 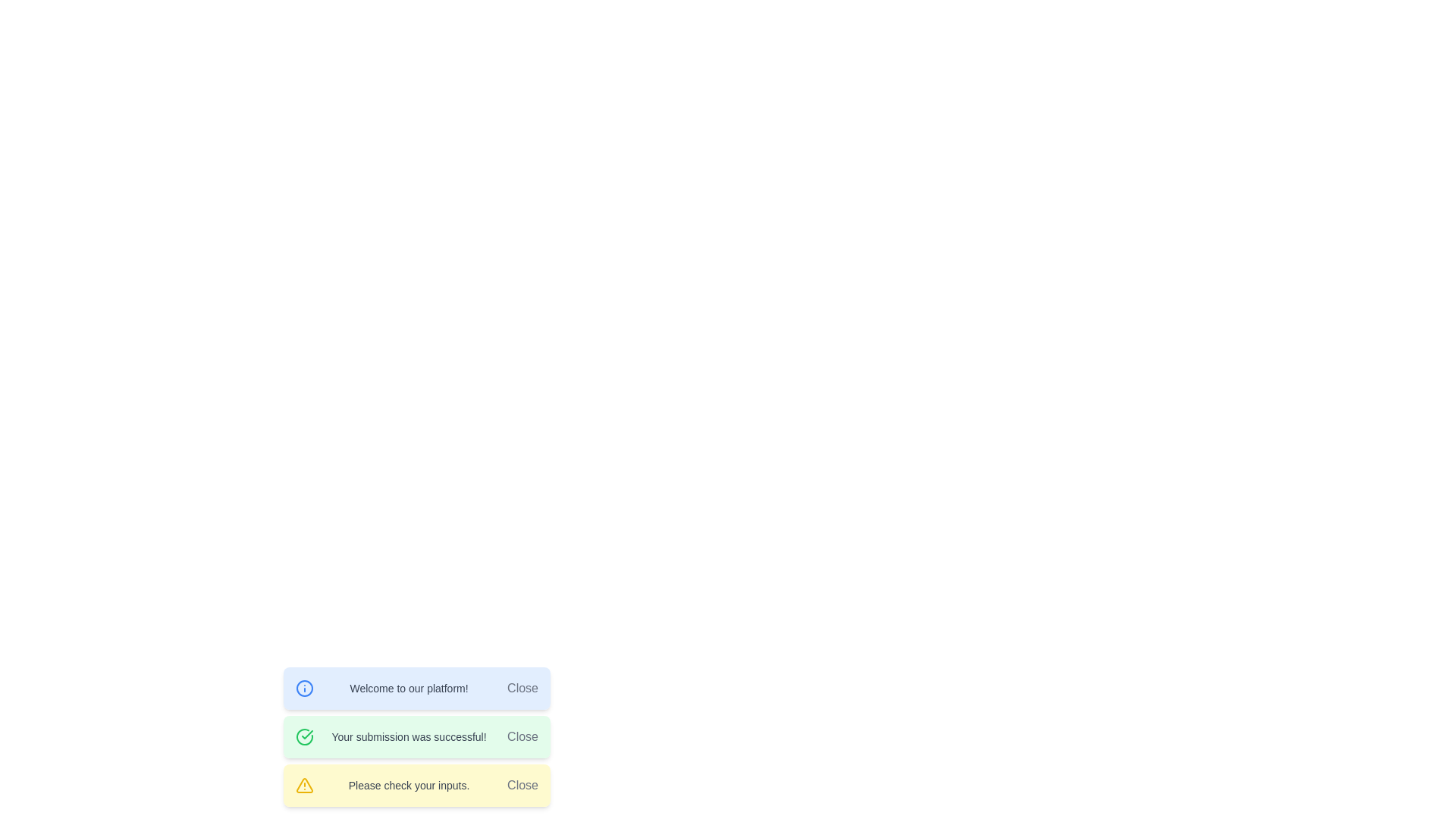 I want to click on the feedback text indicating successful submission within the green notification panel, so click(x=409, y=736).